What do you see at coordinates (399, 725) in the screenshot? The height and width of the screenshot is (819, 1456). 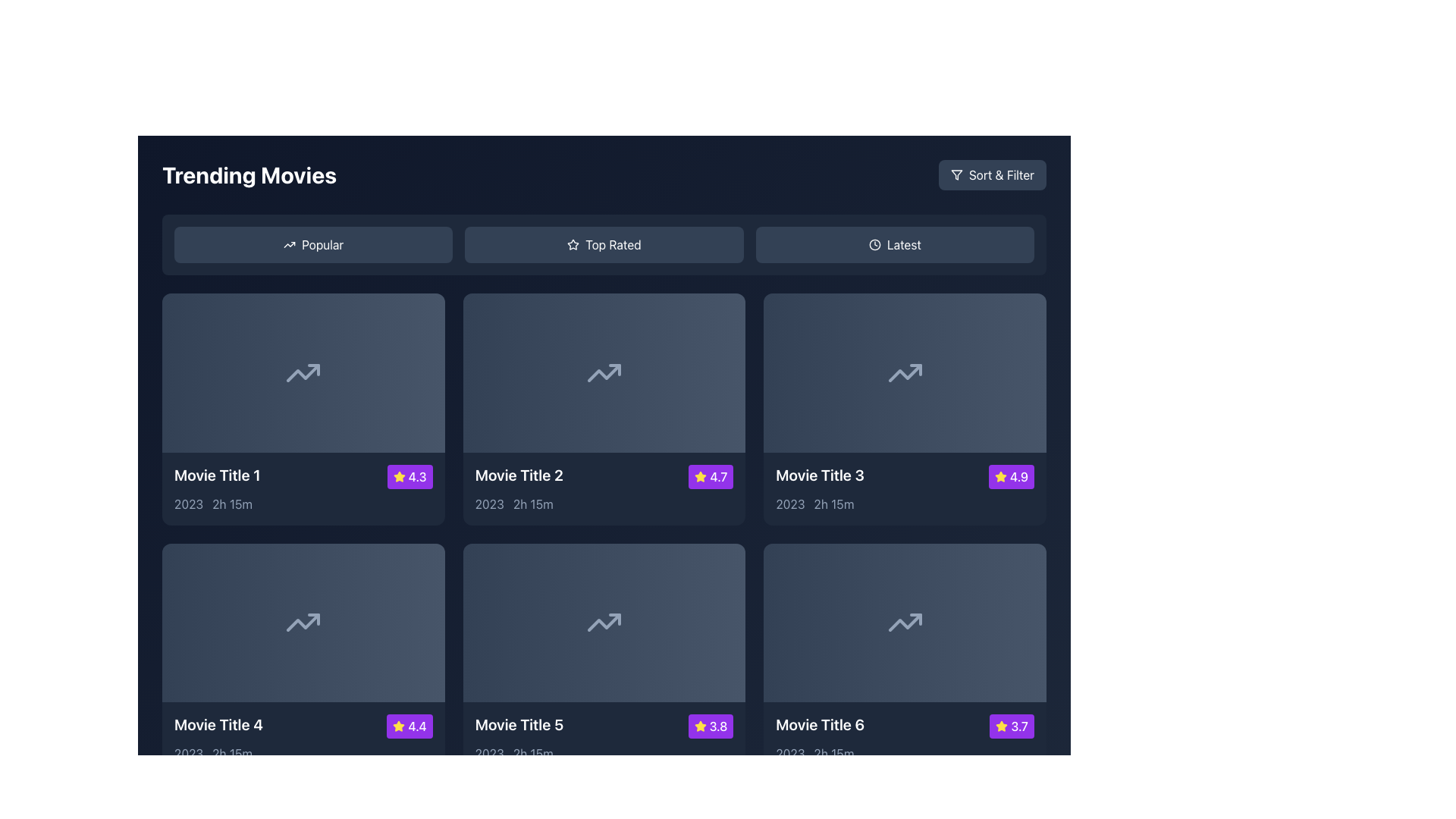 I see `the star icon representing the rating score of 'Movie Title 4', located in the lower right area of the movie card next to the purple box containing the rating number '4.4'` at bounding box center [399, 725].